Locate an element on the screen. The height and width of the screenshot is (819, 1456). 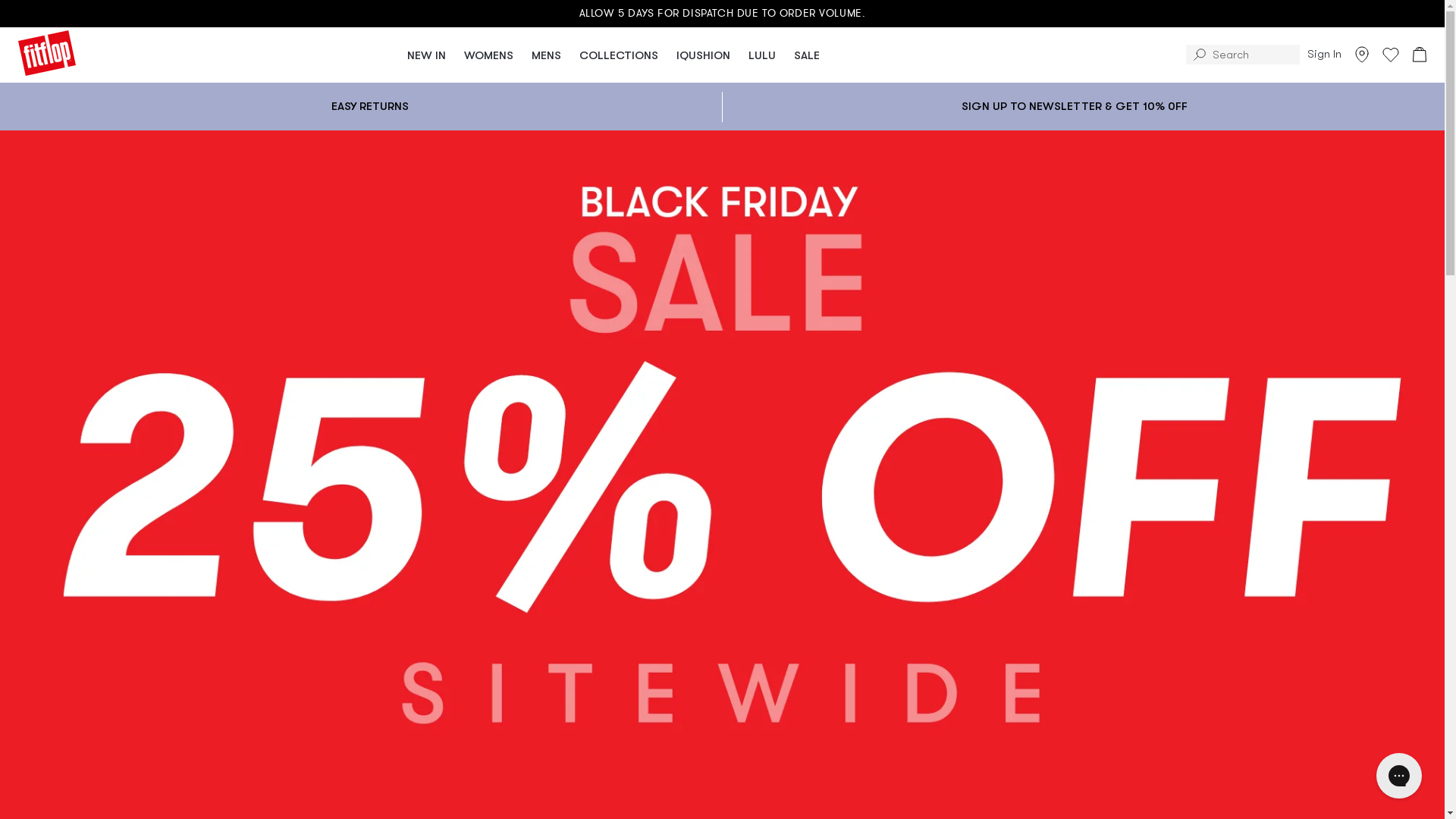
'MENS' is located at coordinates (546, 53).